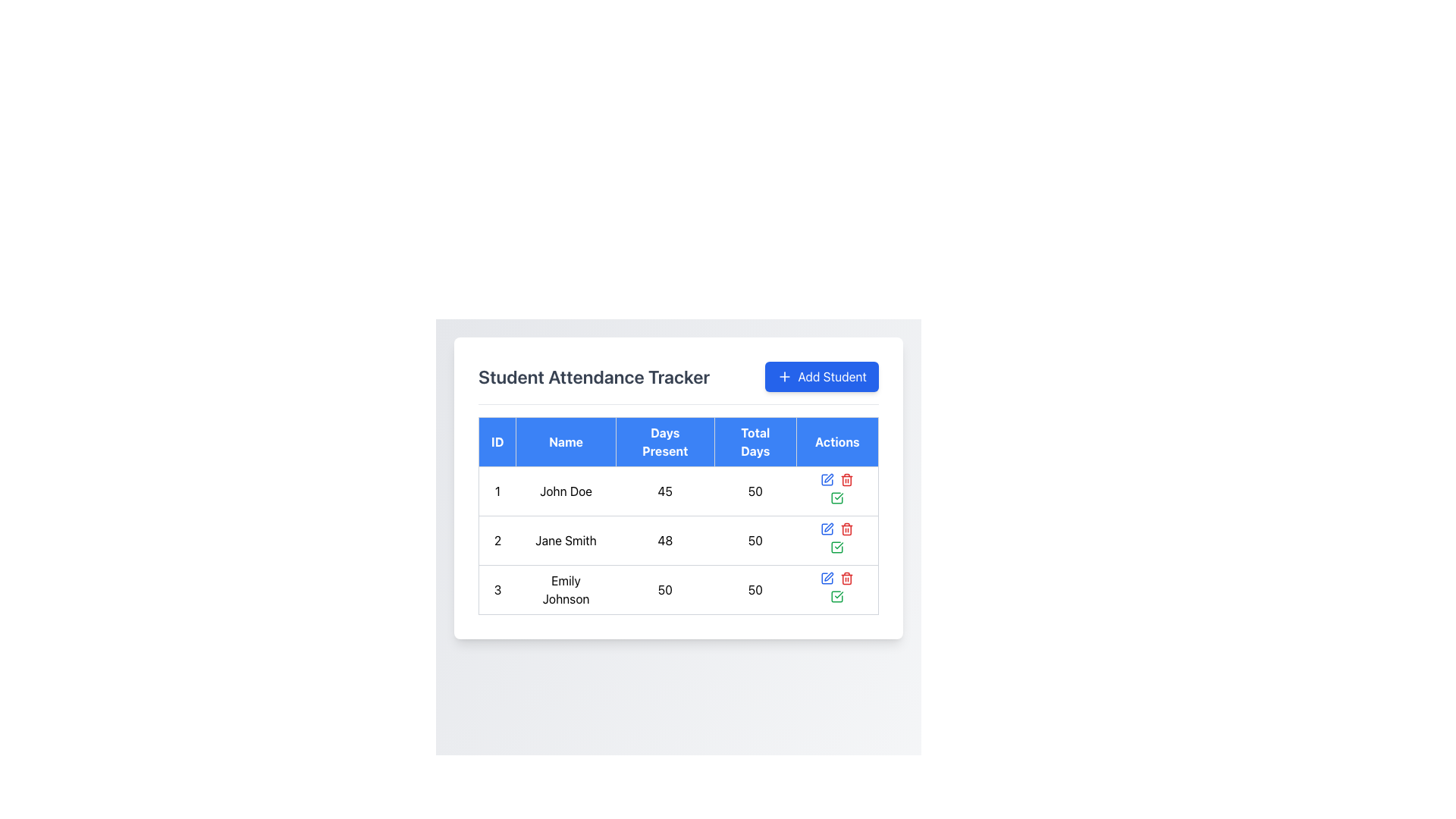  I want to click on the 'Total Days' column header in the table, so click(755, 441).